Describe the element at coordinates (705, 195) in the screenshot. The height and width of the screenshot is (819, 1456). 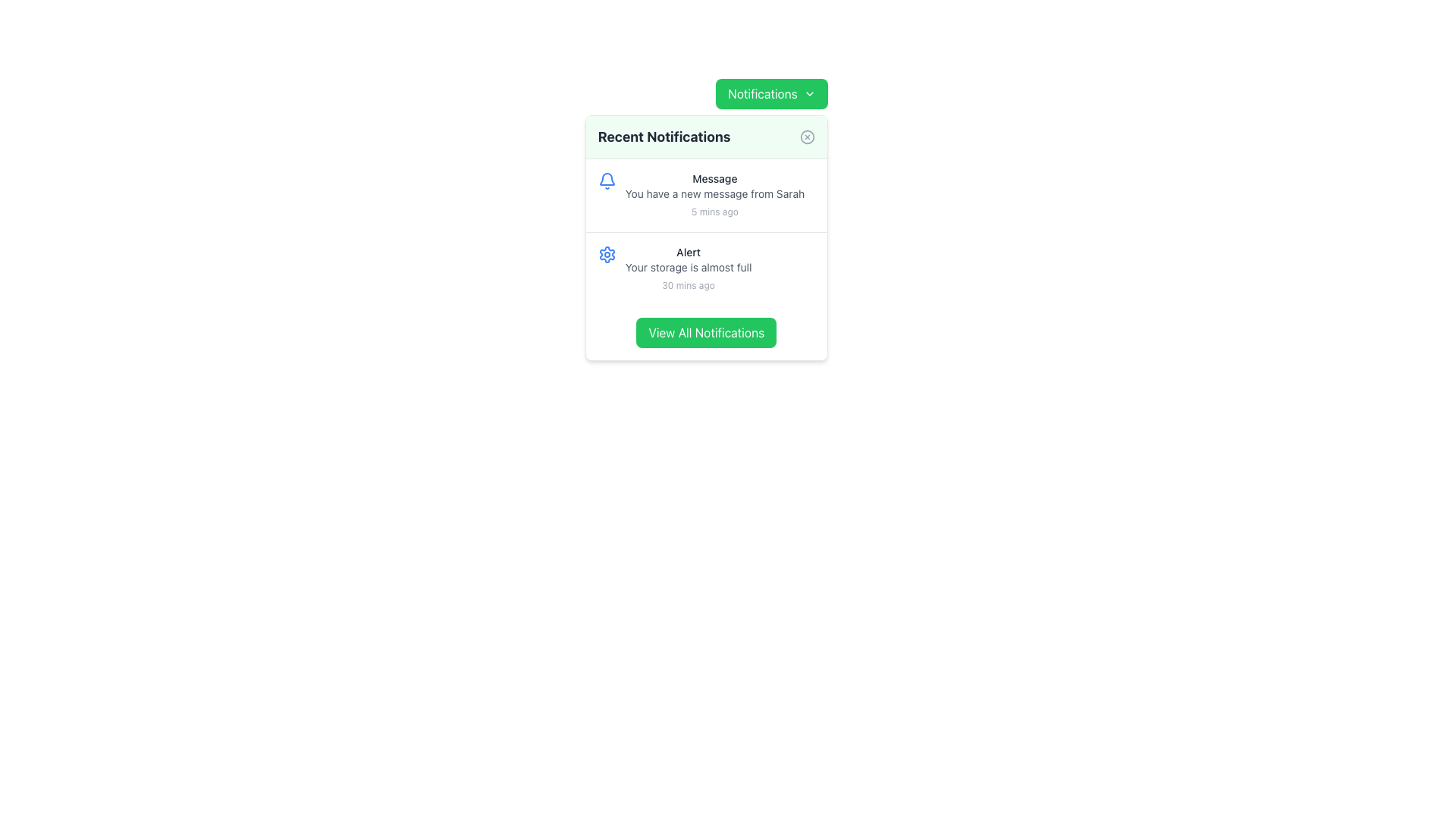
I see `the first notification item in the 'Recent Notifications' dropdown, which displays a notification and is positioned directly above the 'Alert' item` at that location.